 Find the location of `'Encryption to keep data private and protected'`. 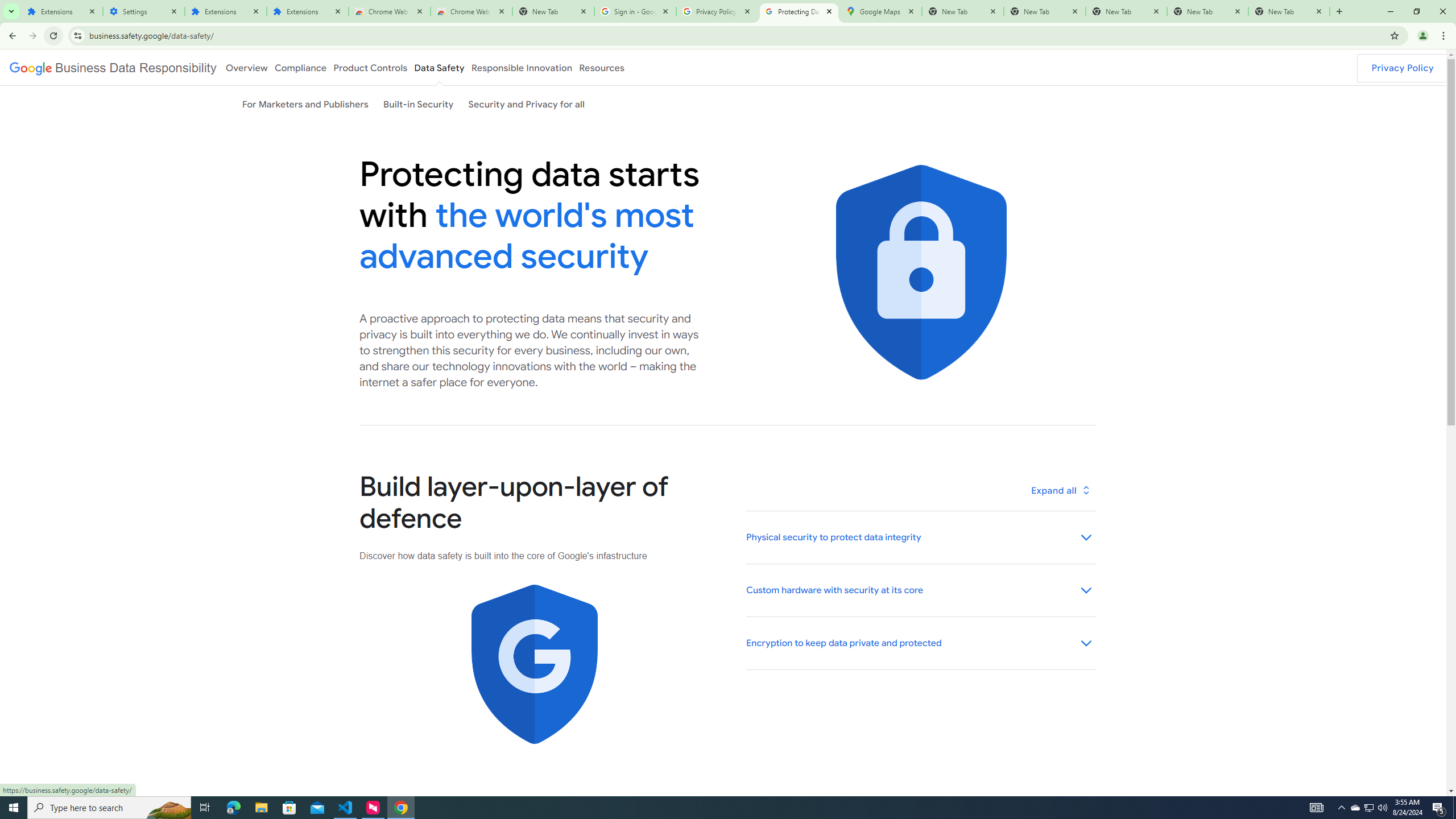

'Encryption to keep data private and protected' is located at coordinates (920, 642).